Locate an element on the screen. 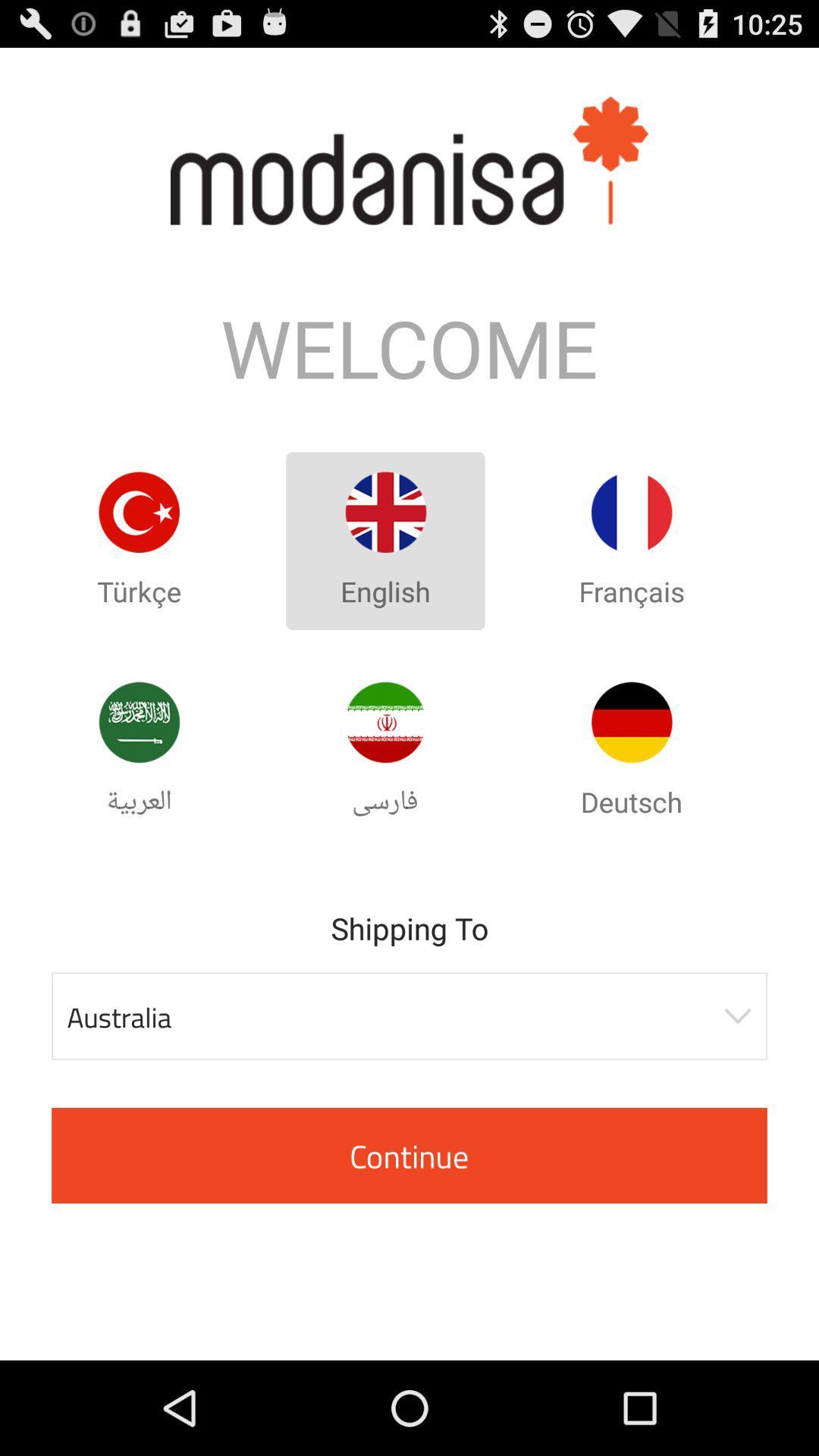 The height and width of the screenshot is (1456, 819). set the language as deutsch is located at coordinates (632, 721).